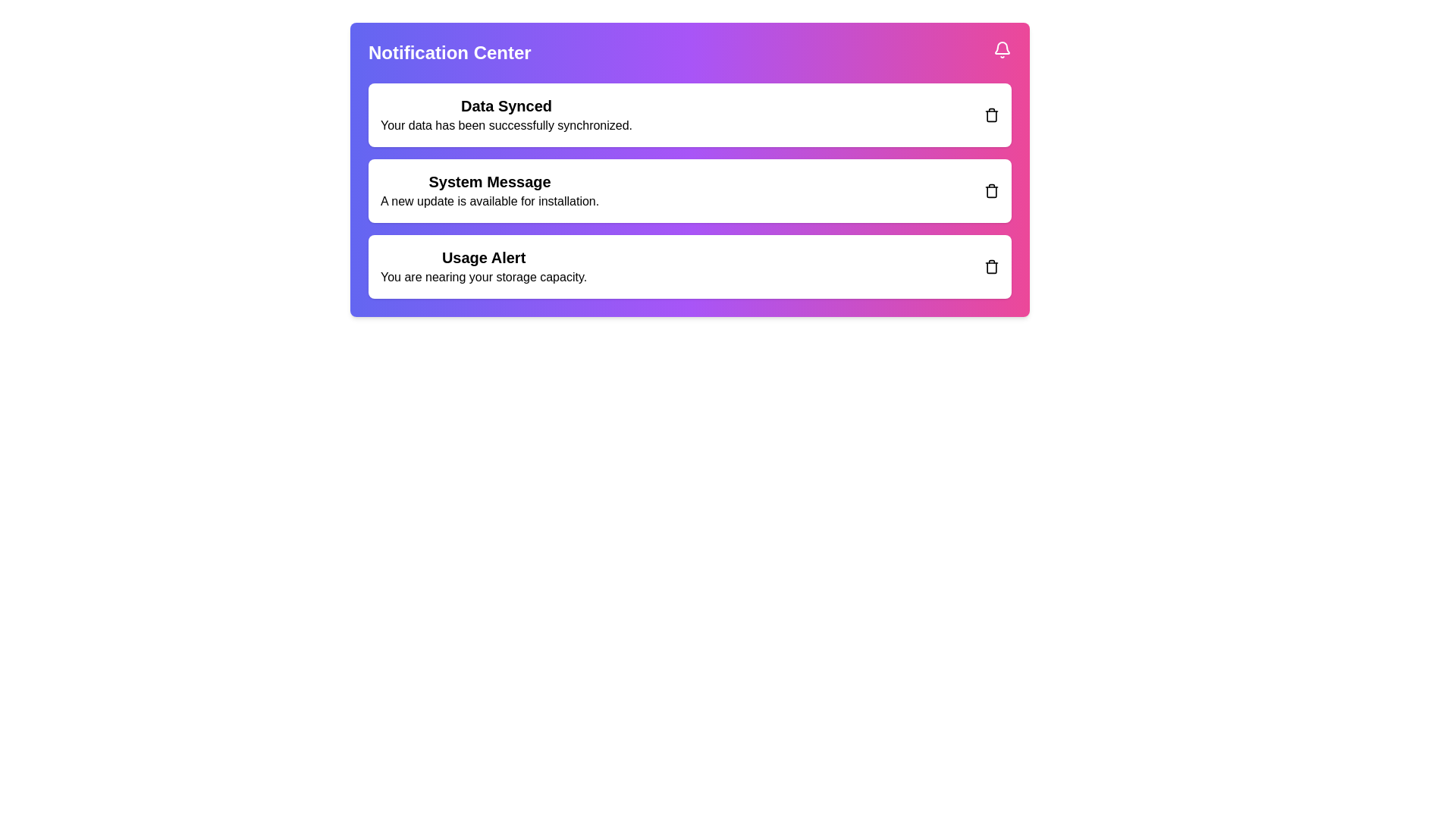 Image resolution: width=1456 pixels, height=819 pixels. I want to click on the Text Display that informs the user about nearly full storage capacity, located below the heading 'Usage Alert' in the notification card, so click(483, 278).